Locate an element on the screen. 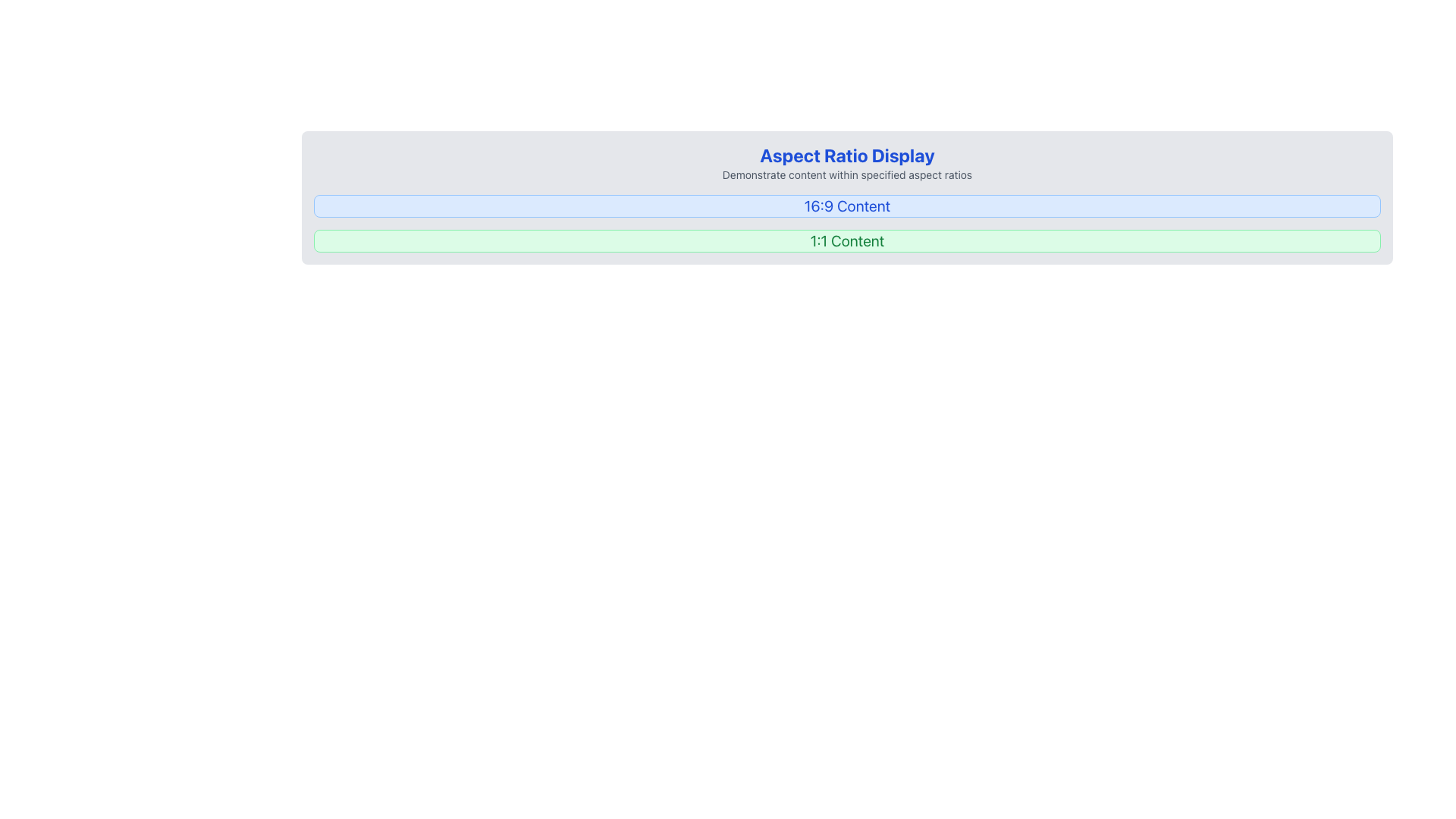  the text label reading 'Demonstrate content within specified aspect ratios', which is styled in gray and located beneath the main title 'Aspect Ratio Display' is located at coordinates (846, 174).